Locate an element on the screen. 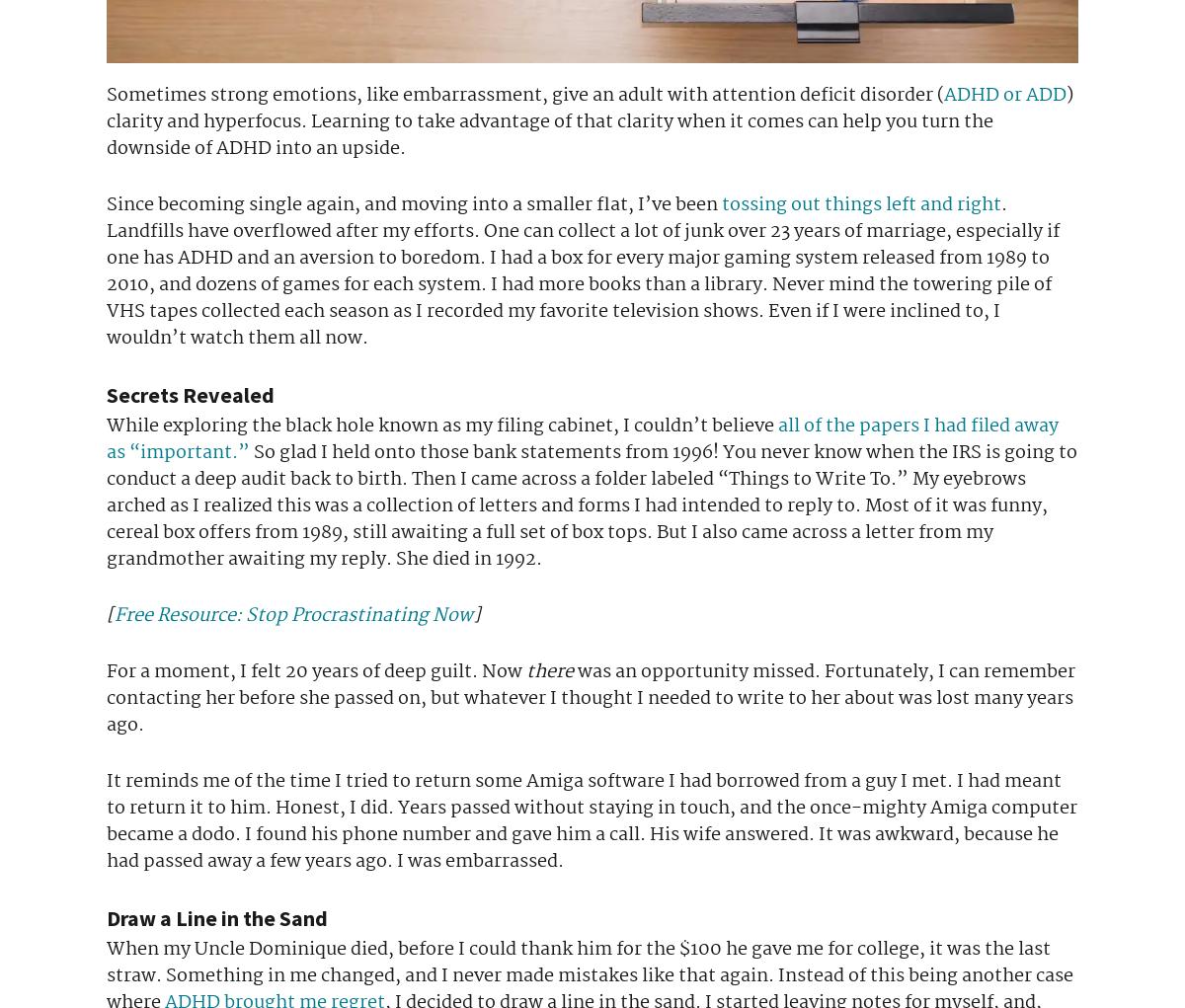 The height and width of the screenshot is (1008, 1185). 'For a moment, I felt 20 years of deep guilt. Now' is located at coordinates (107, 670).